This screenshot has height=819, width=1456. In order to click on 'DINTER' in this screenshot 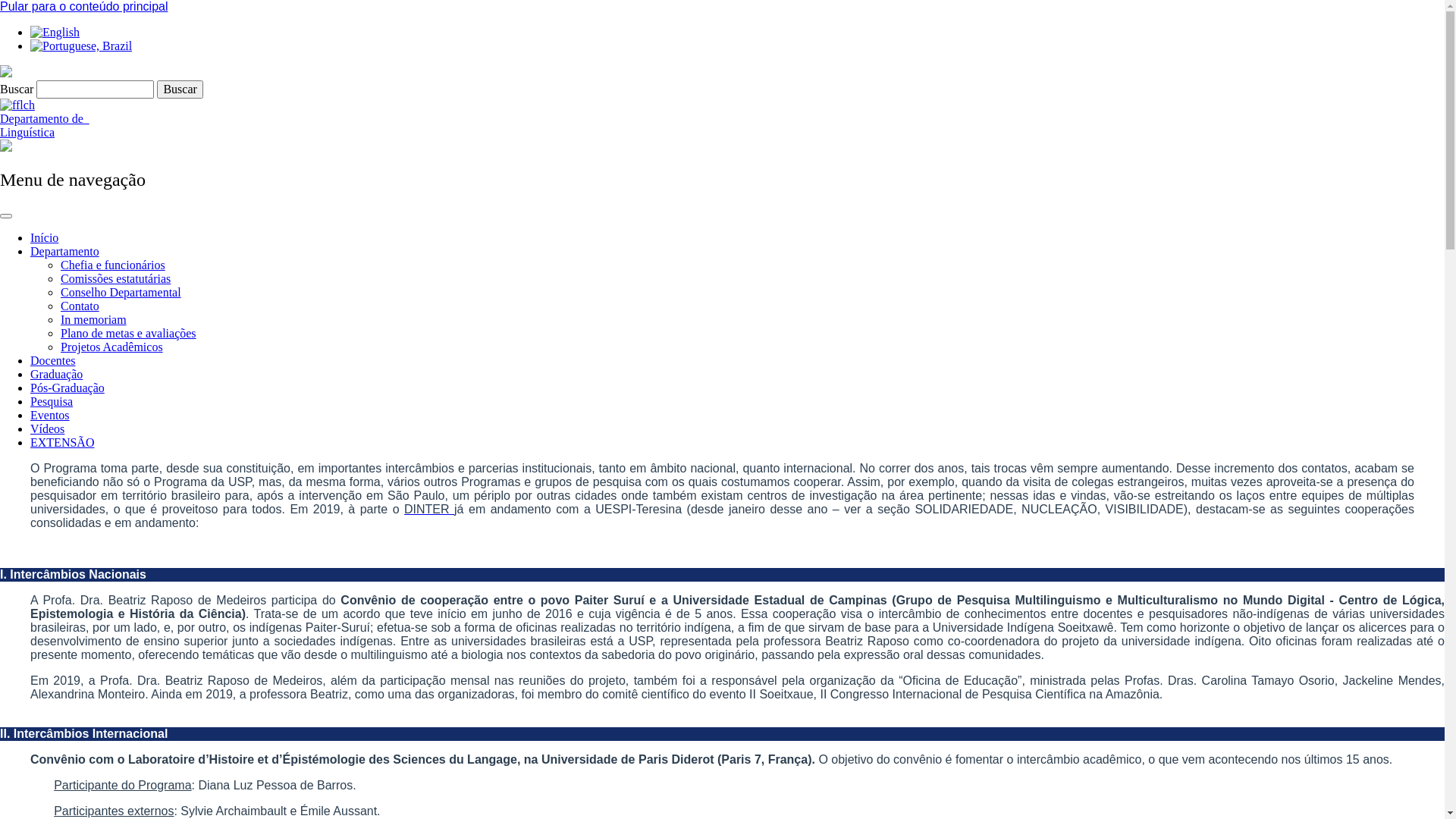, I will do `click(428, 509)`.